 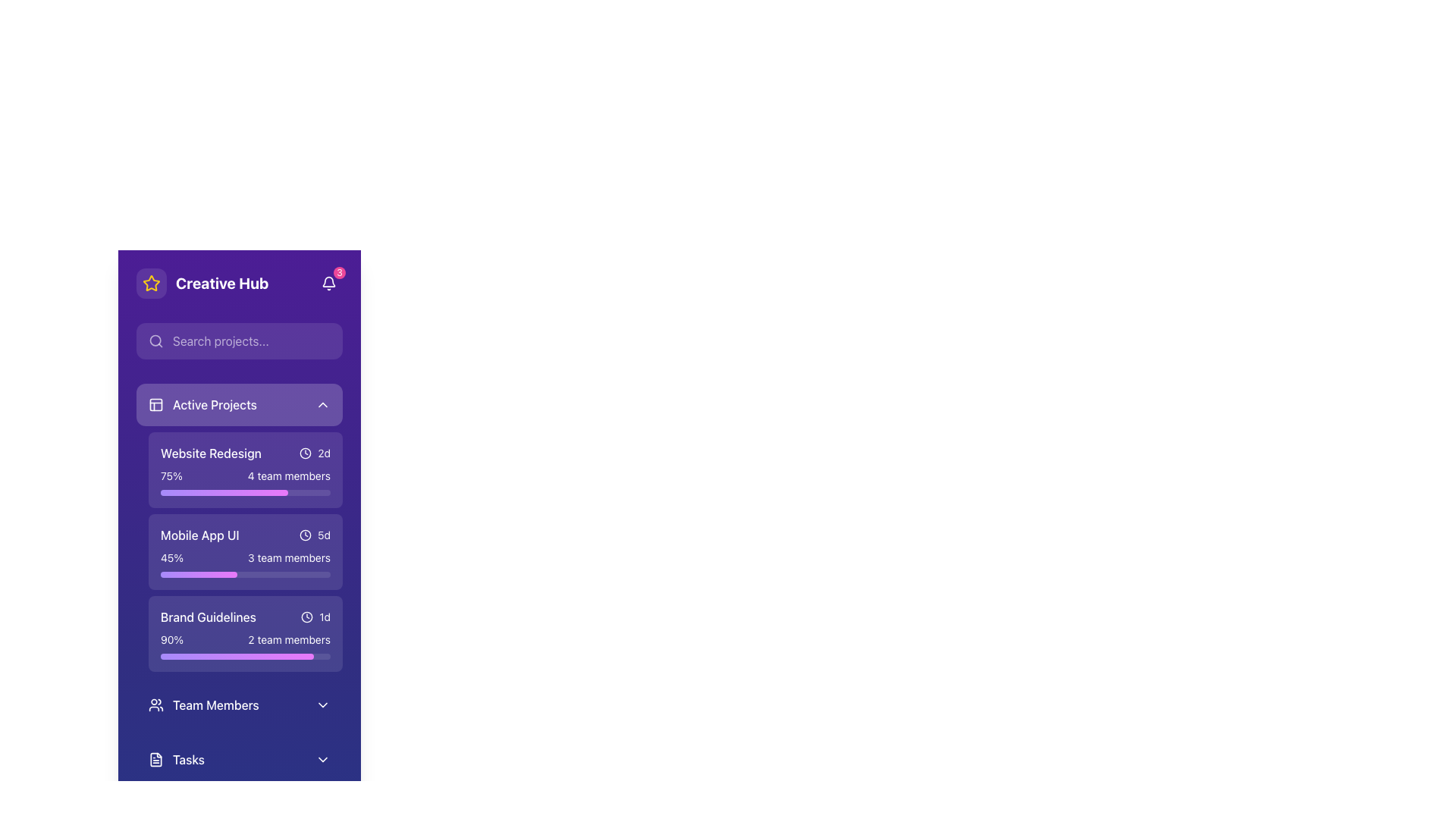 I want to click on text label displaying '45%' in white font, which is positioned within the 'Mobile App UI' card in the 'Active Projects' section, so click(x=172, y=558).